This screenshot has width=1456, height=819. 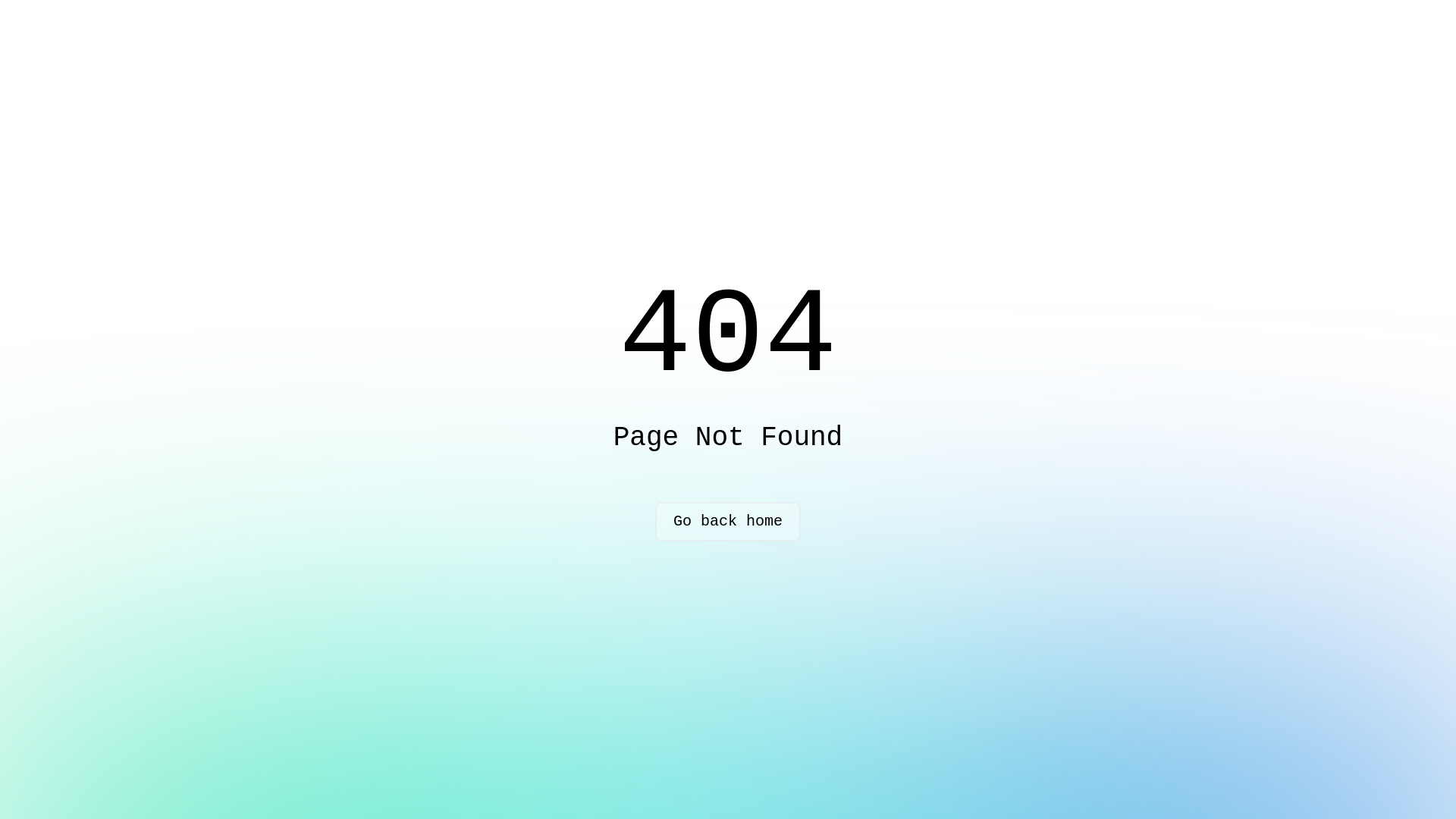 What do you see at coordinates (728, 520) in the screenshot?
I see `'Go back home'` at bounding box center [728, 520].